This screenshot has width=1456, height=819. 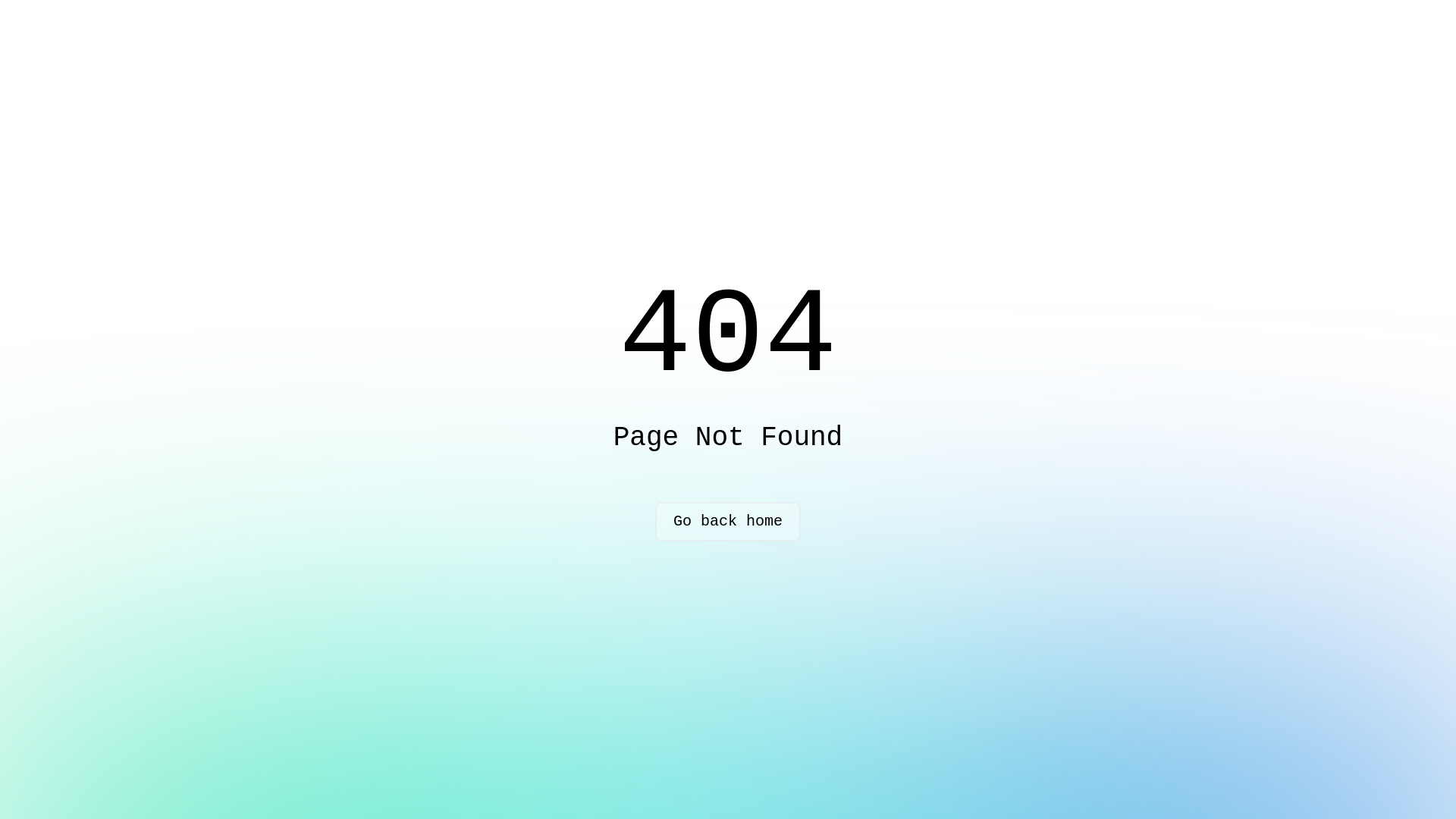 What do you see at coordinates (728, 520) in the screenshot?
I see `'Go back home'` at bounding box center [728, 520].